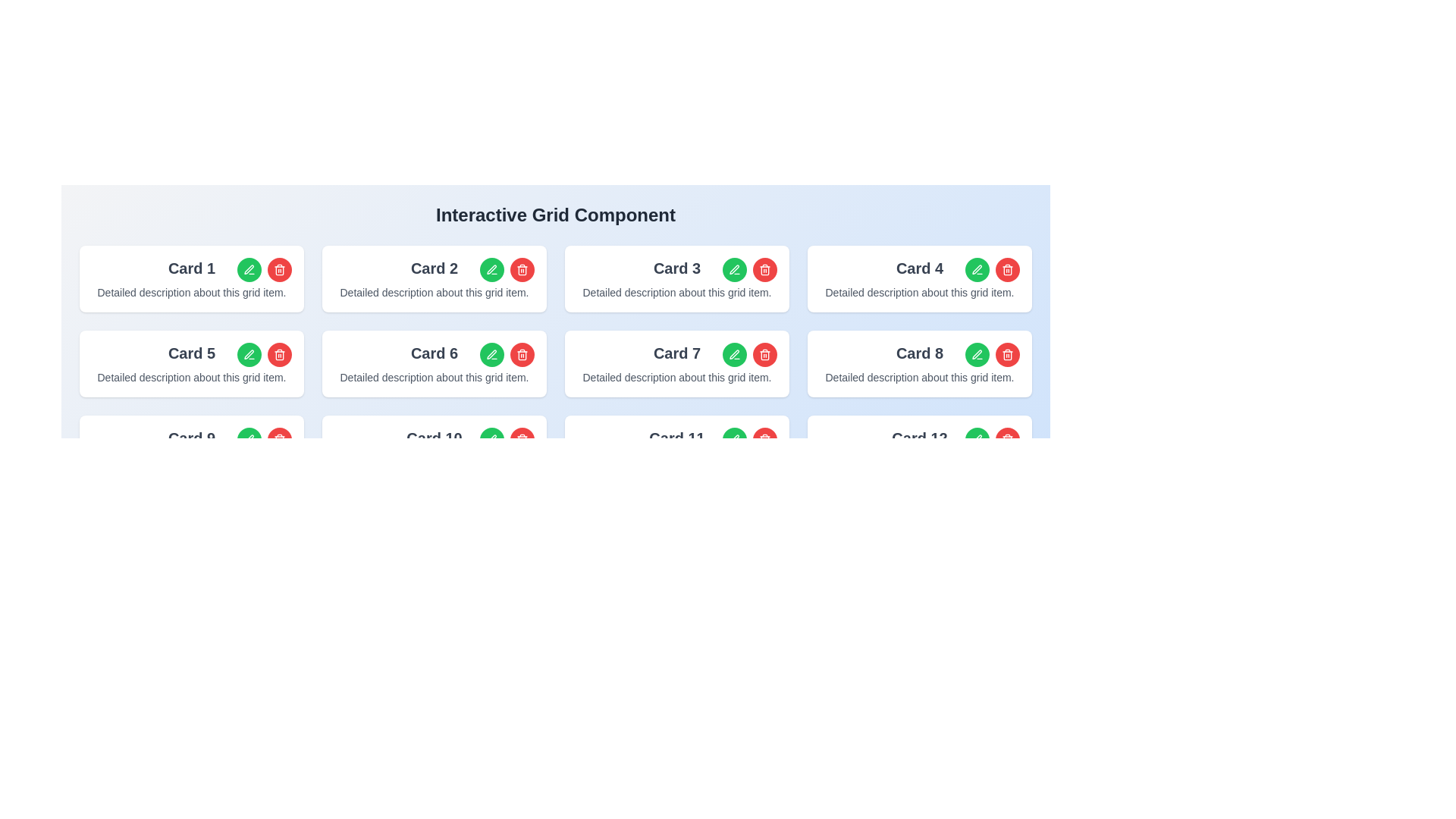 This screenshot has width=1456, height=819. I want to click on the pen-shaped icon button located on the right side of the third card in the first row to initiate an edit action, so click(734, 268).